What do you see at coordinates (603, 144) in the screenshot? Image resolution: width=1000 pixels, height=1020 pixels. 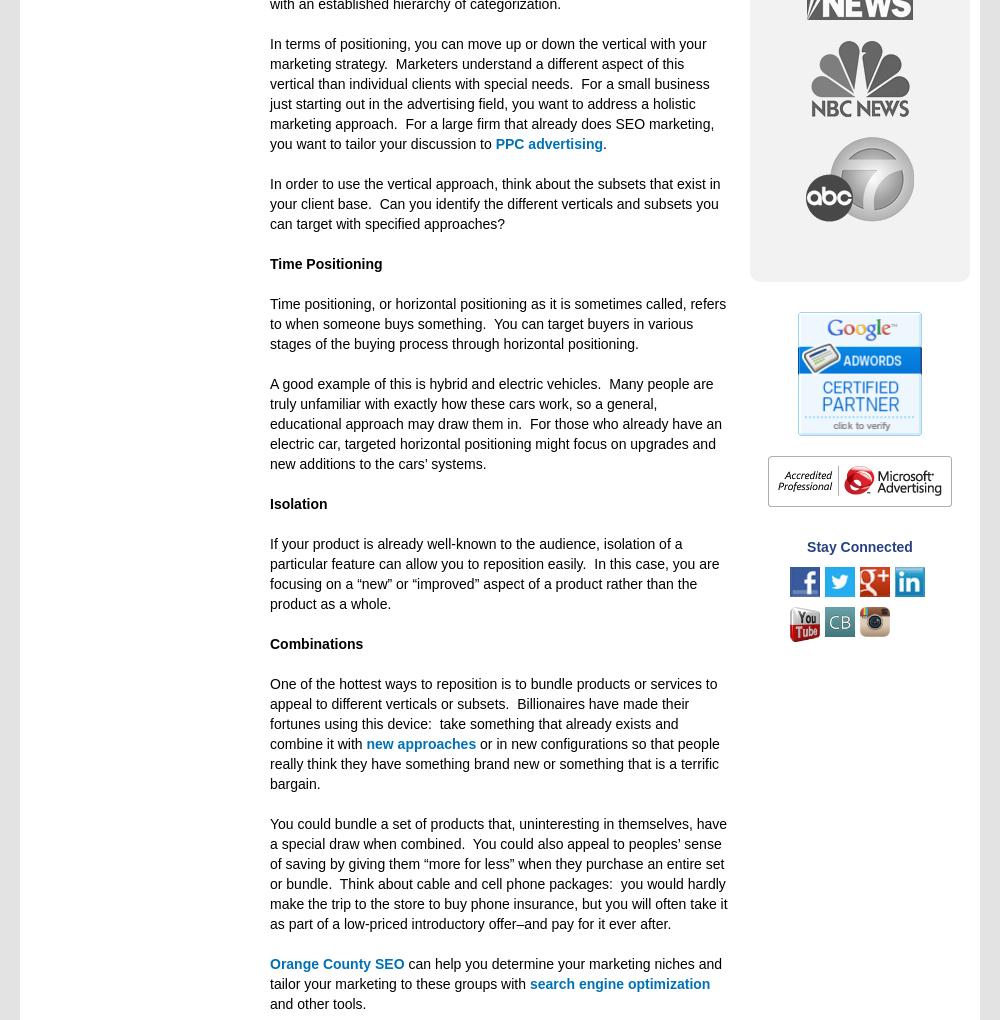 I see `'.'` at bounding box center [603, 144].